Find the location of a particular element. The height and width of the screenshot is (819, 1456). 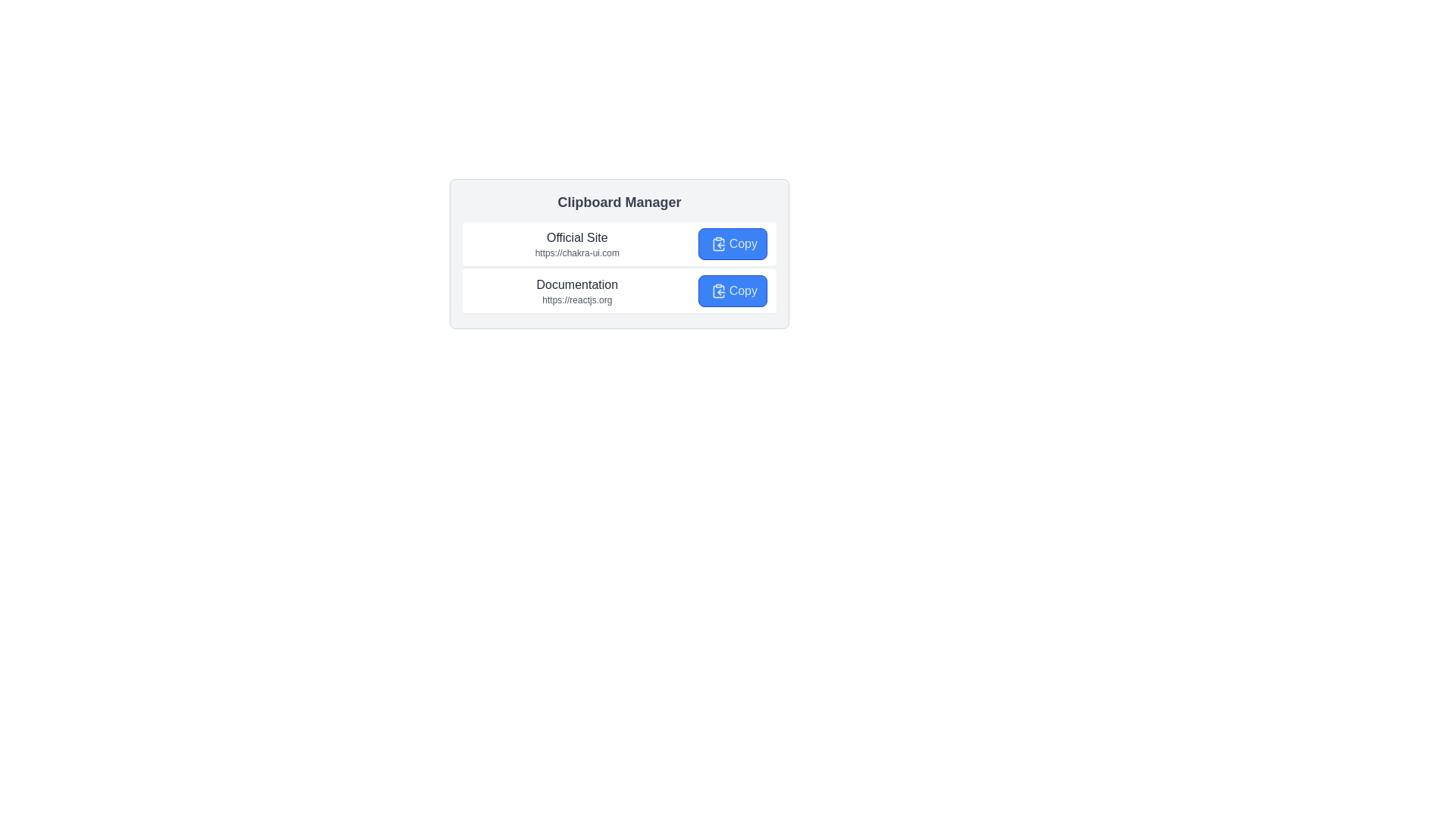

the clipboard icon that is part of the 'Copy' button located to the right of 'Official Site' in the 'Clipboard Manager' interface for informational purposes is located at coordinates (717, 243).